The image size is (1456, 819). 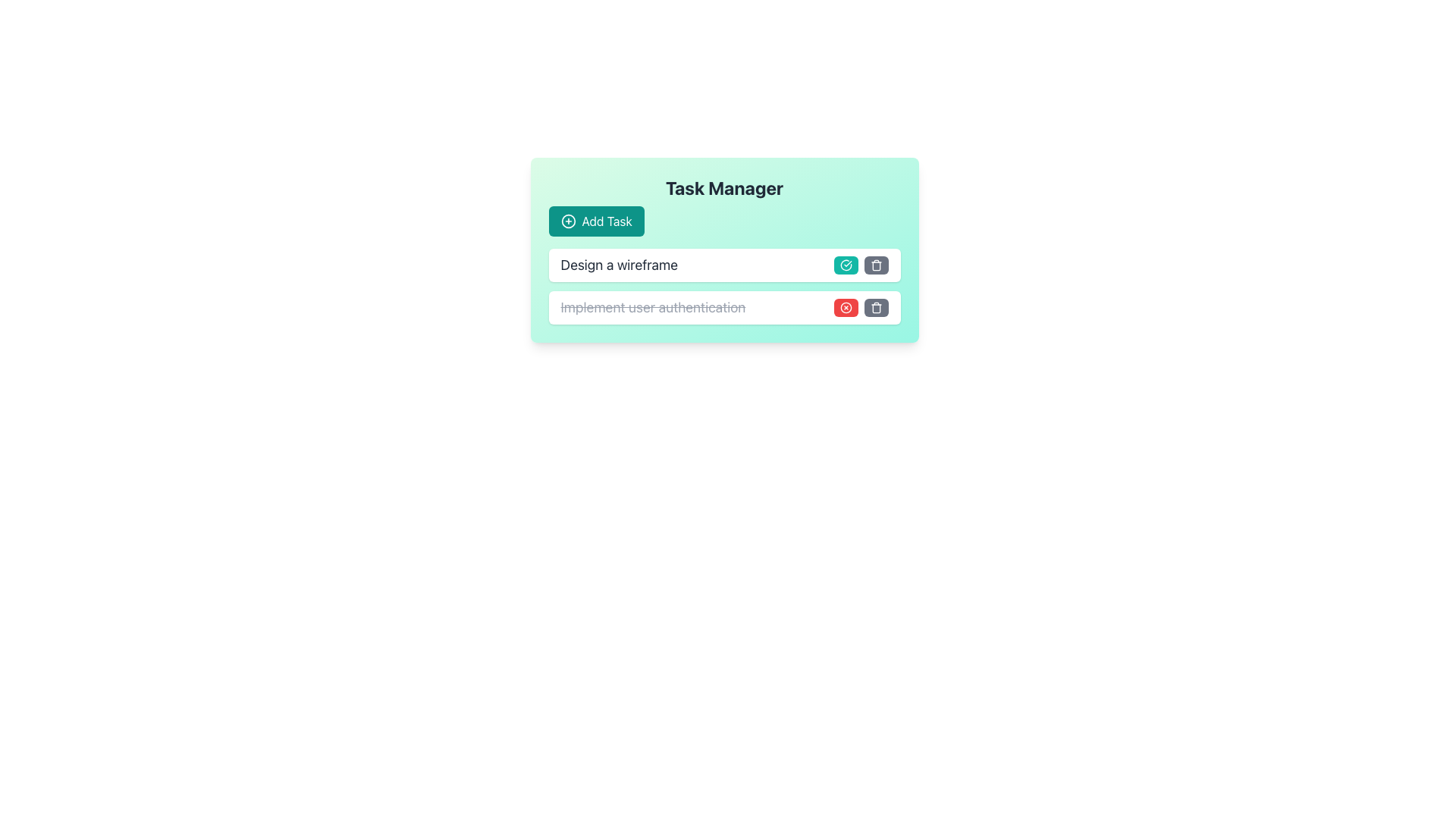 I want to click on the vertical rectangle that forms the main part of the trash bin icon, located at the far right of the 'Design a Wireframe' task row, so click(x=876, y=265).